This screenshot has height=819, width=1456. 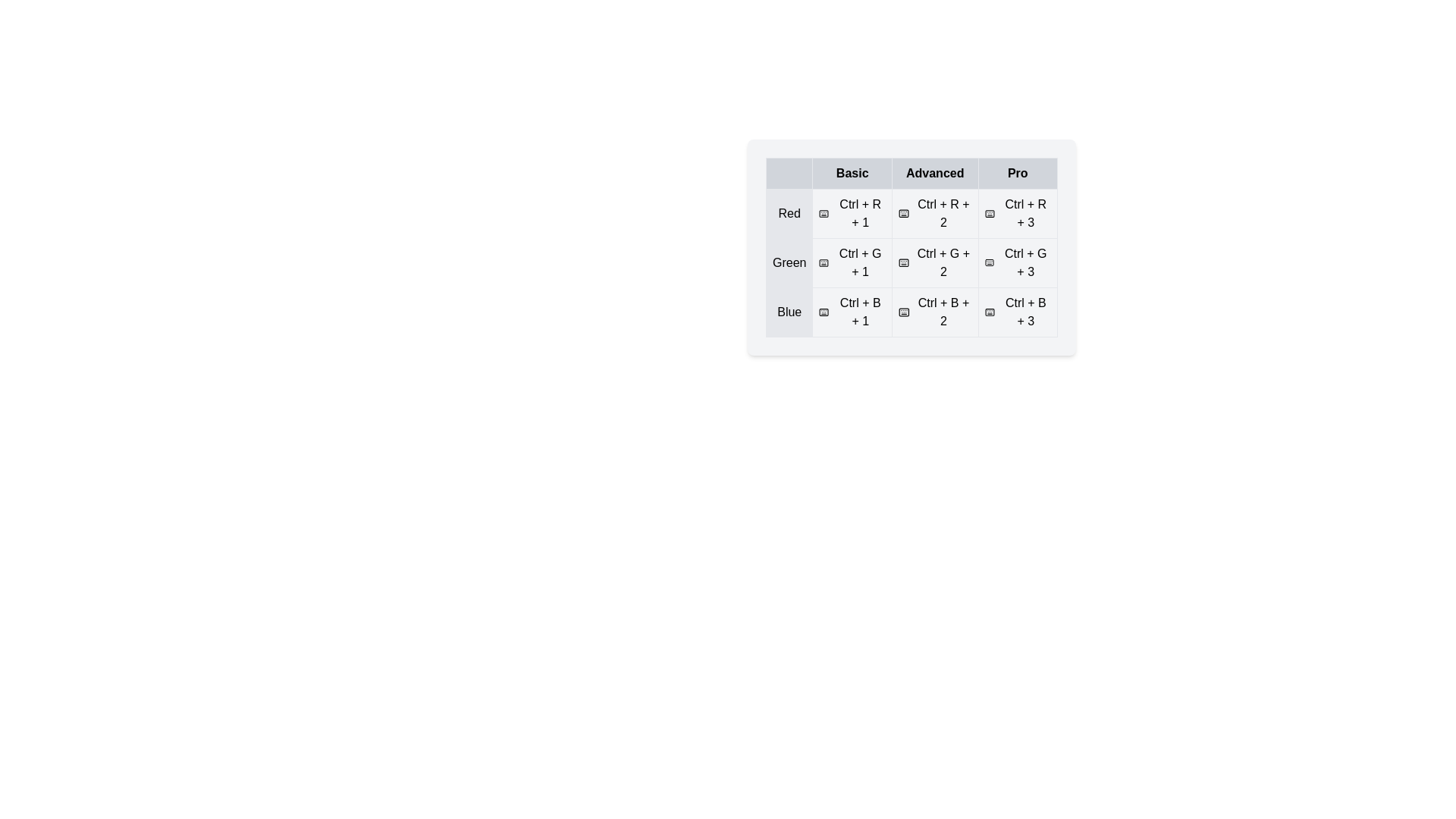 What do you see at coordinates (852, 262) in the screenshot?
I see `the informative text with an icon that describes a keyboard shortcut located in the second row labeled 'Green' and first column labeled 'Basic'` at bounding box center [852, 262].